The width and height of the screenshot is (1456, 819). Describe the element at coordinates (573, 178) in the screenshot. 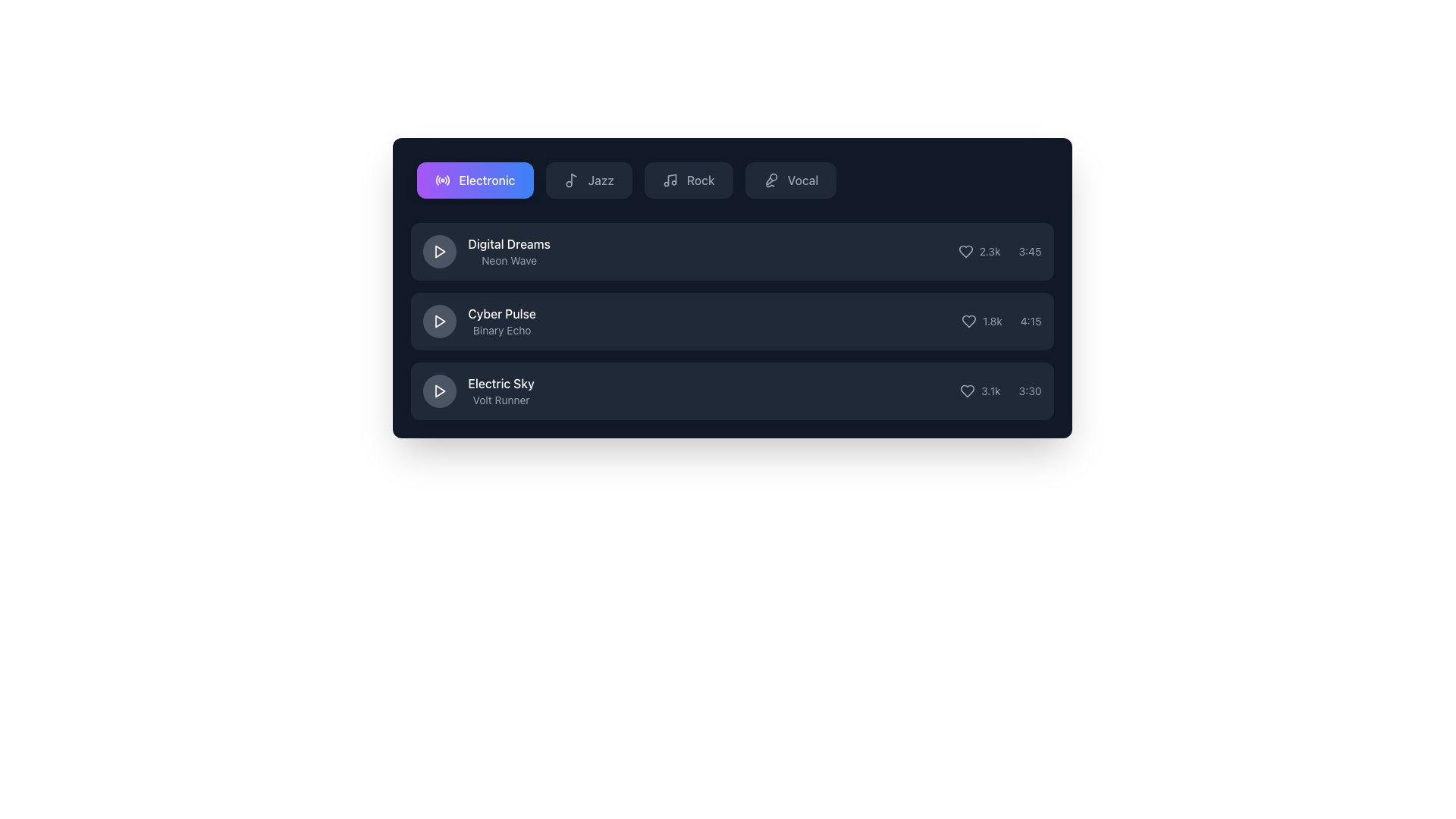

I see `the 'Jazz' category icon in the music genre selection menu, which is represented by an SVG graphic located at the top center of the interface` at that location.